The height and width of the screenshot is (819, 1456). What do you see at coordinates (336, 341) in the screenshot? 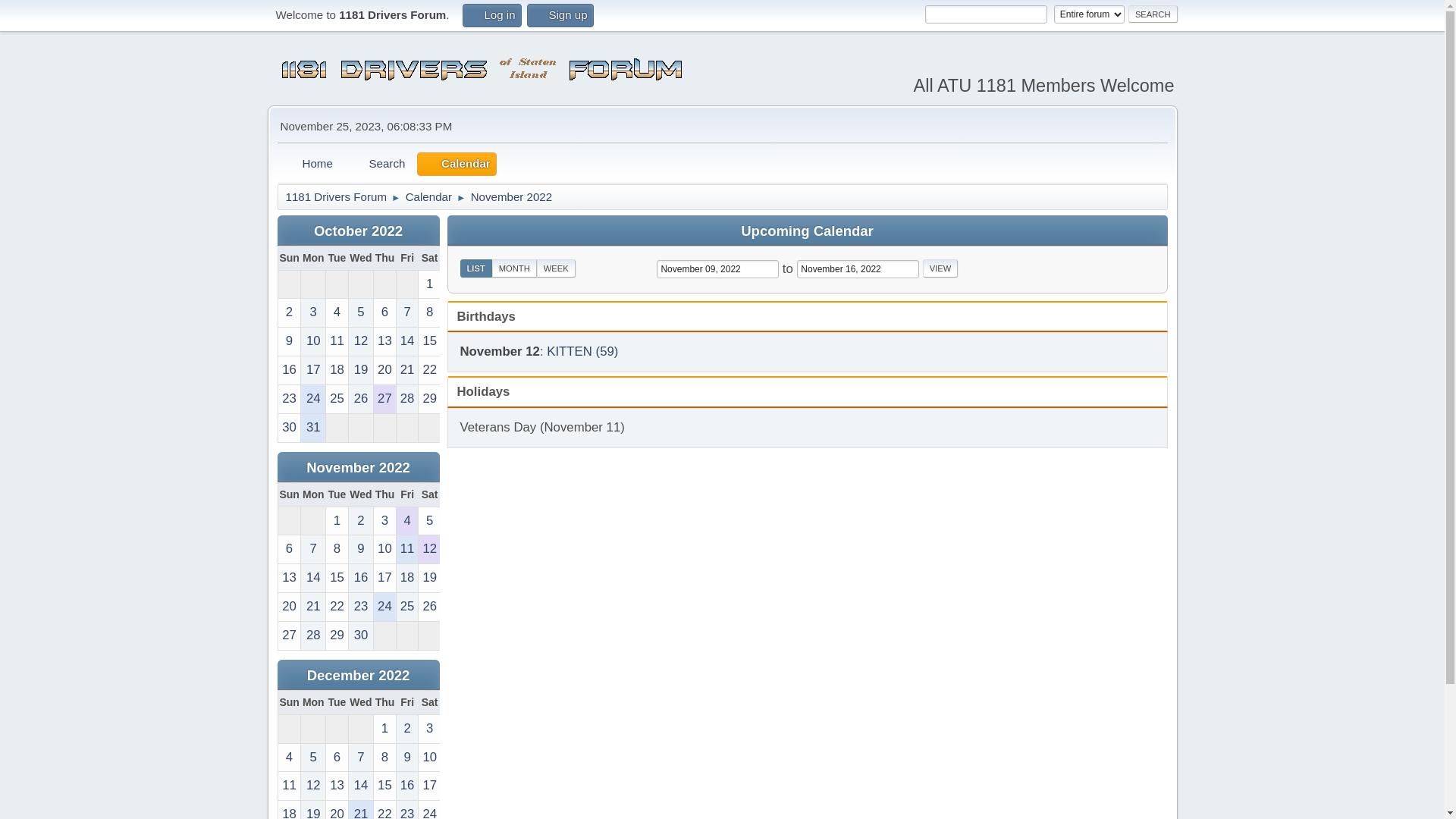
I see `'11'` at bounding box center [336, 341].